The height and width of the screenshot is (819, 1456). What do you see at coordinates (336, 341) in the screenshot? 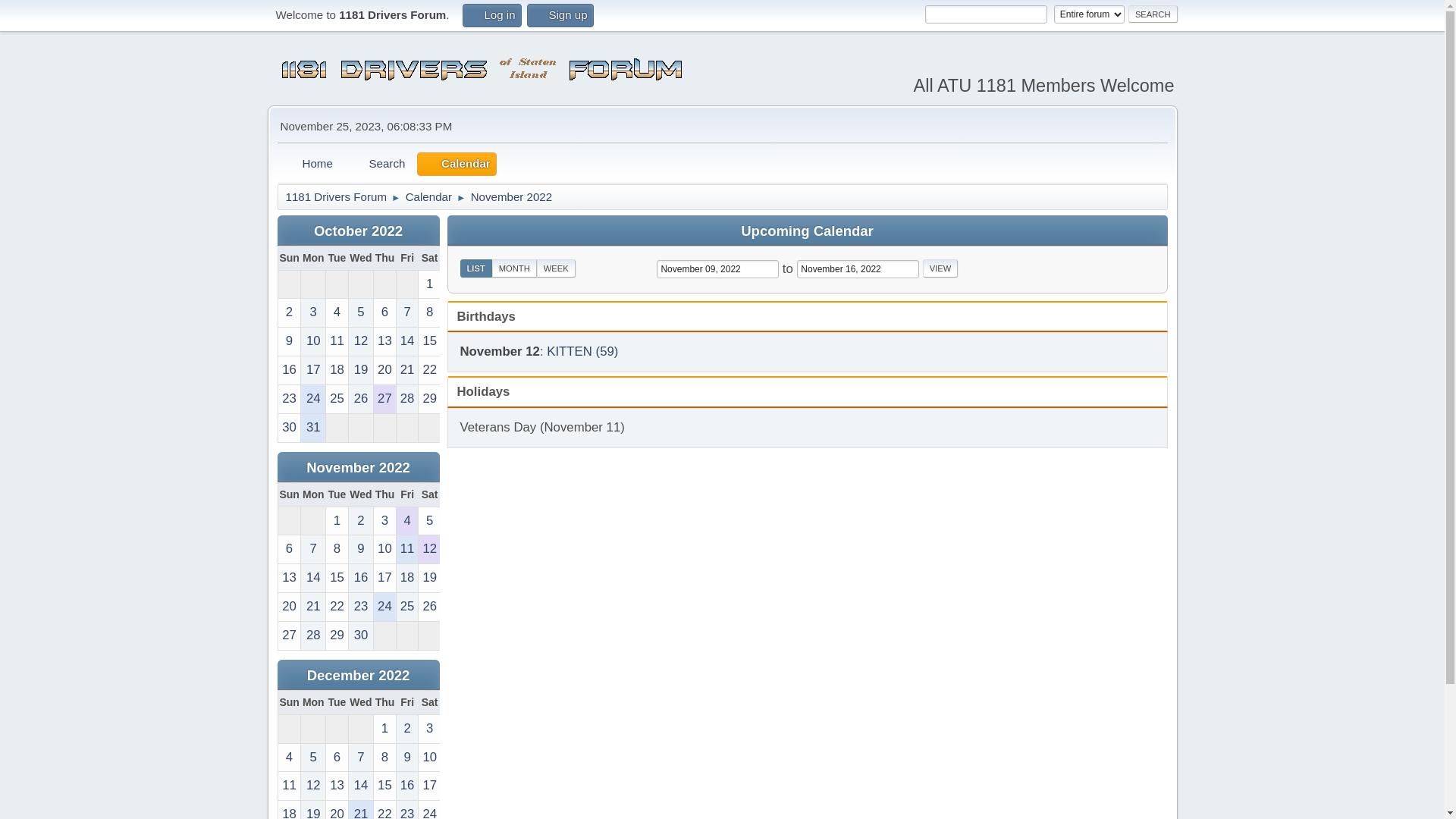
I see `'11'` at bounding box center [336, 341].